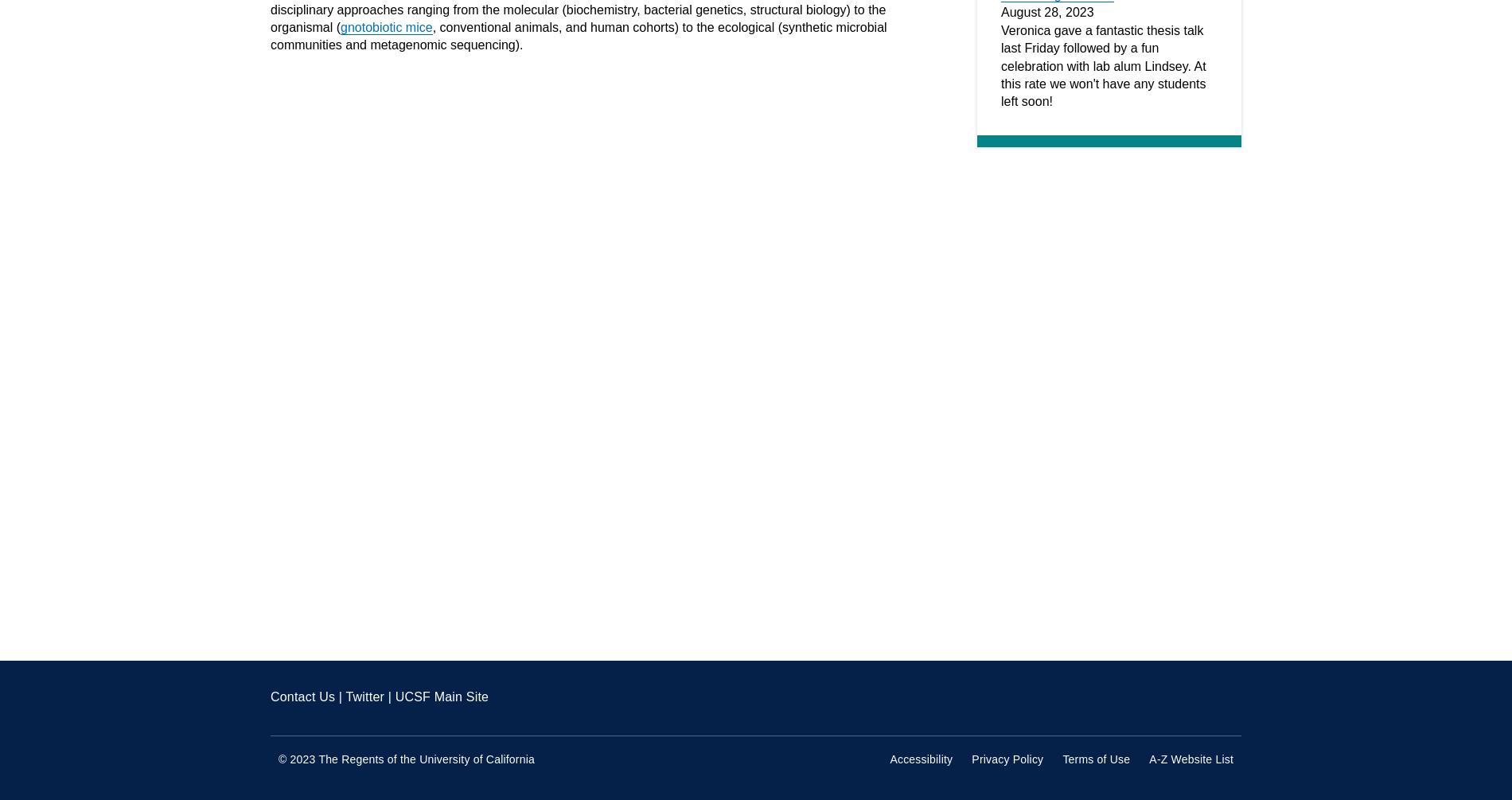 The image size is (1512, 800). Describe the element at coordinates (386, 27) in the screenshot. I see `'gnotobiotic mice'` at that location.